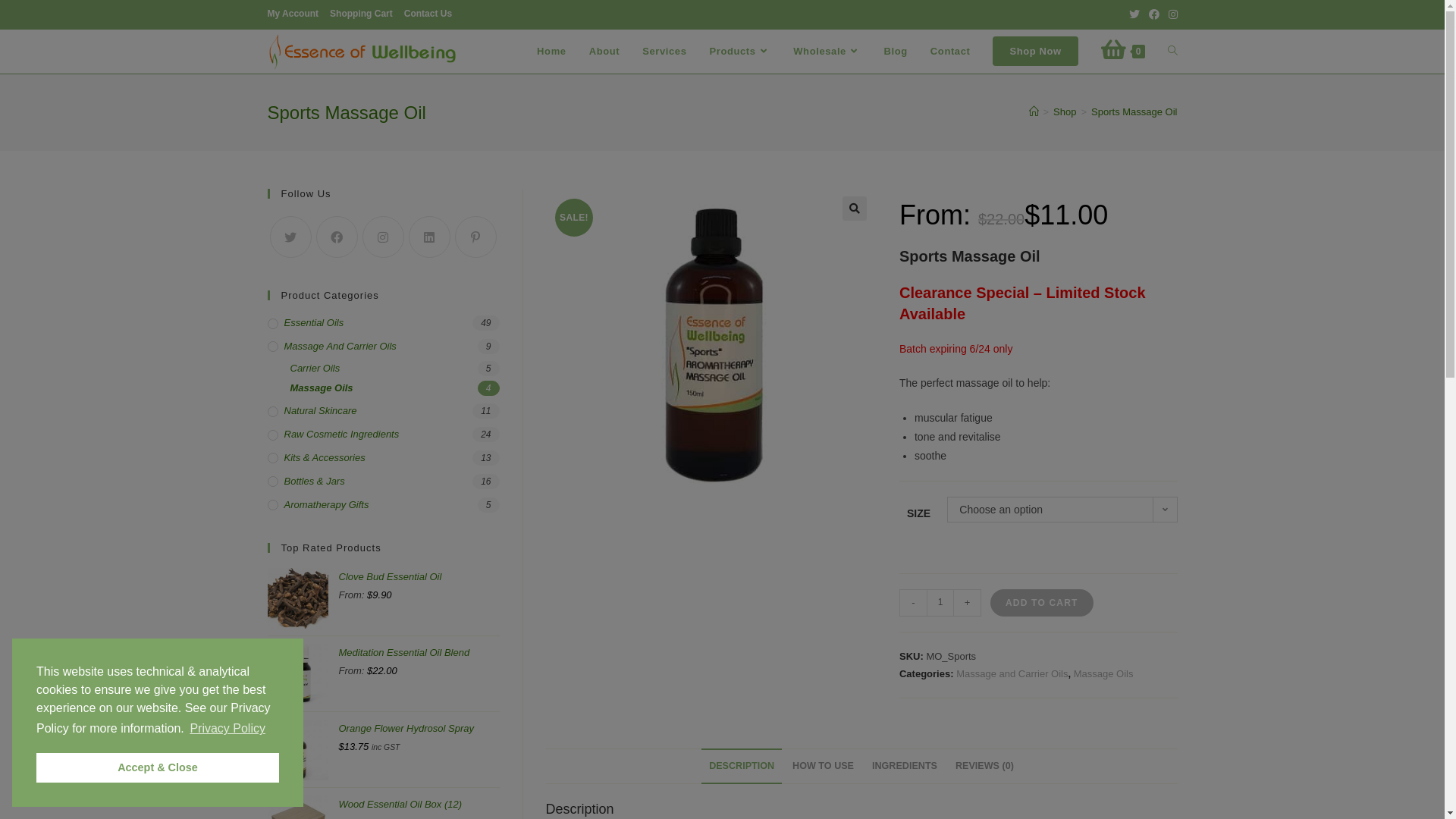 This screenshot has height=819, width=1456. What do you see at coordinates (577, 51) in the screenshot?
I see `'About'` at bounding box center [577, 51].